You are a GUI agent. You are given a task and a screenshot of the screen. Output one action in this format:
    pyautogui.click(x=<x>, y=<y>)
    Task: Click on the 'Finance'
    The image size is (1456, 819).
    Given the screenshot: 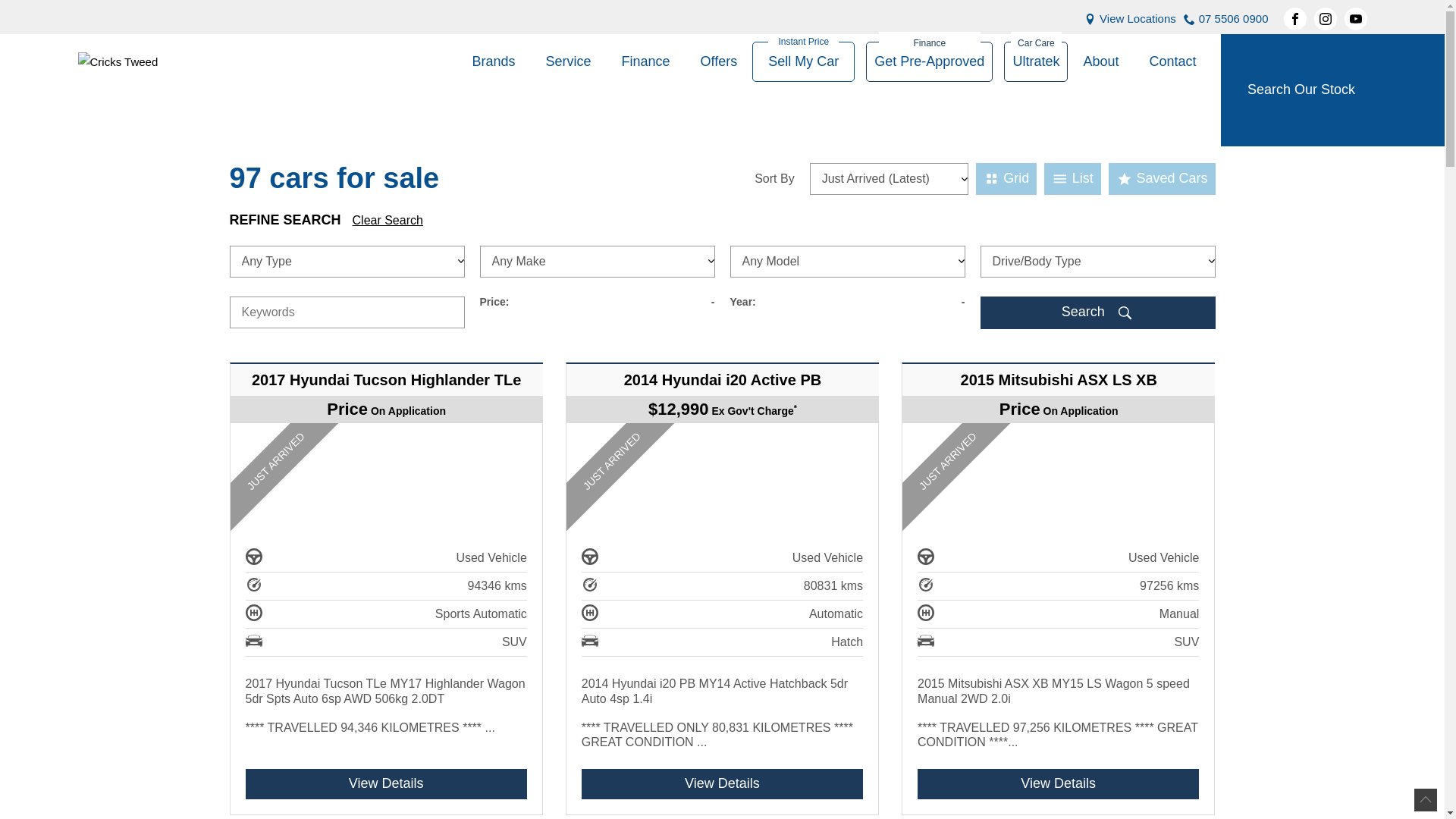 What is the action you would take?
    pyautogui.click(x=607, y=61)
    